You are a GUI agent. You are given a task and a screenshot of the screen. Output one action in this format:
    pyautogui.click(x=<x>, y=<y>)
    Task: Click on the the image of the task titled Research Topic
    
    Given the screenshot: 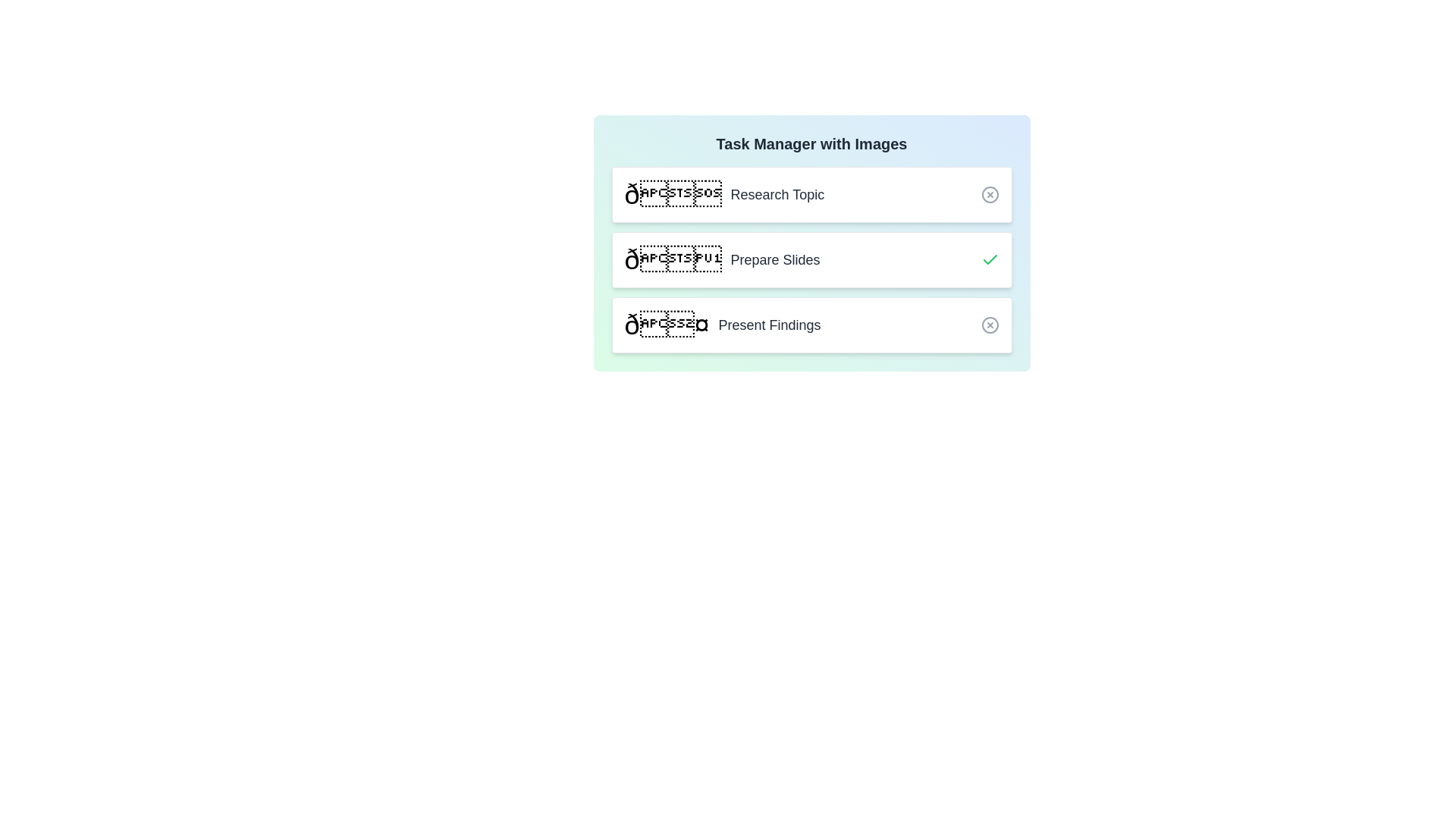 What is the action you would take?
    pyautogui.click(x=672, y=194)
    